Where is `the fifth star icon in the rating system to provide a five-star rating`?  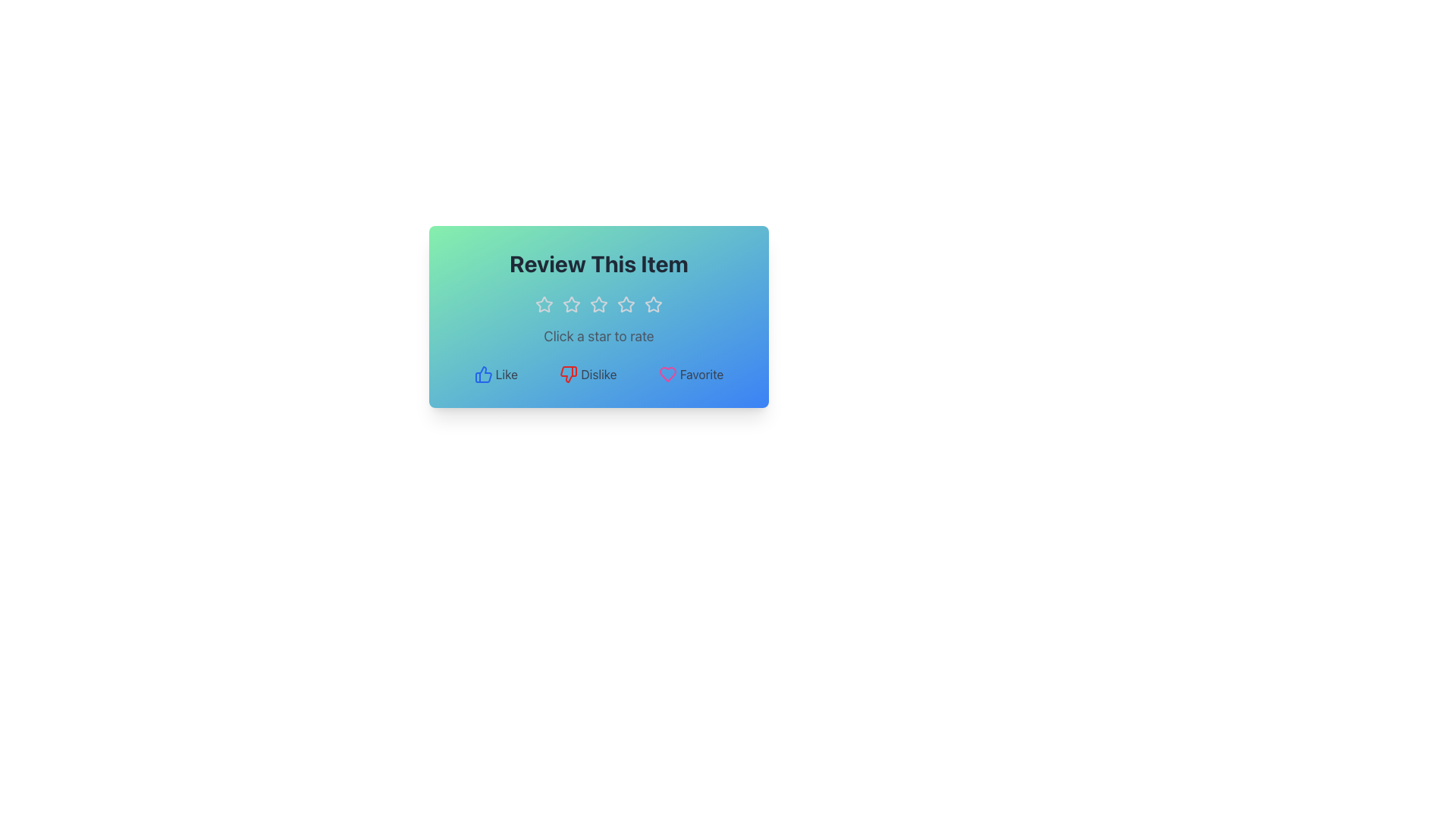
the fifth star icon in the rating system to provide a five-star rating is located at coordinates (654, 304).